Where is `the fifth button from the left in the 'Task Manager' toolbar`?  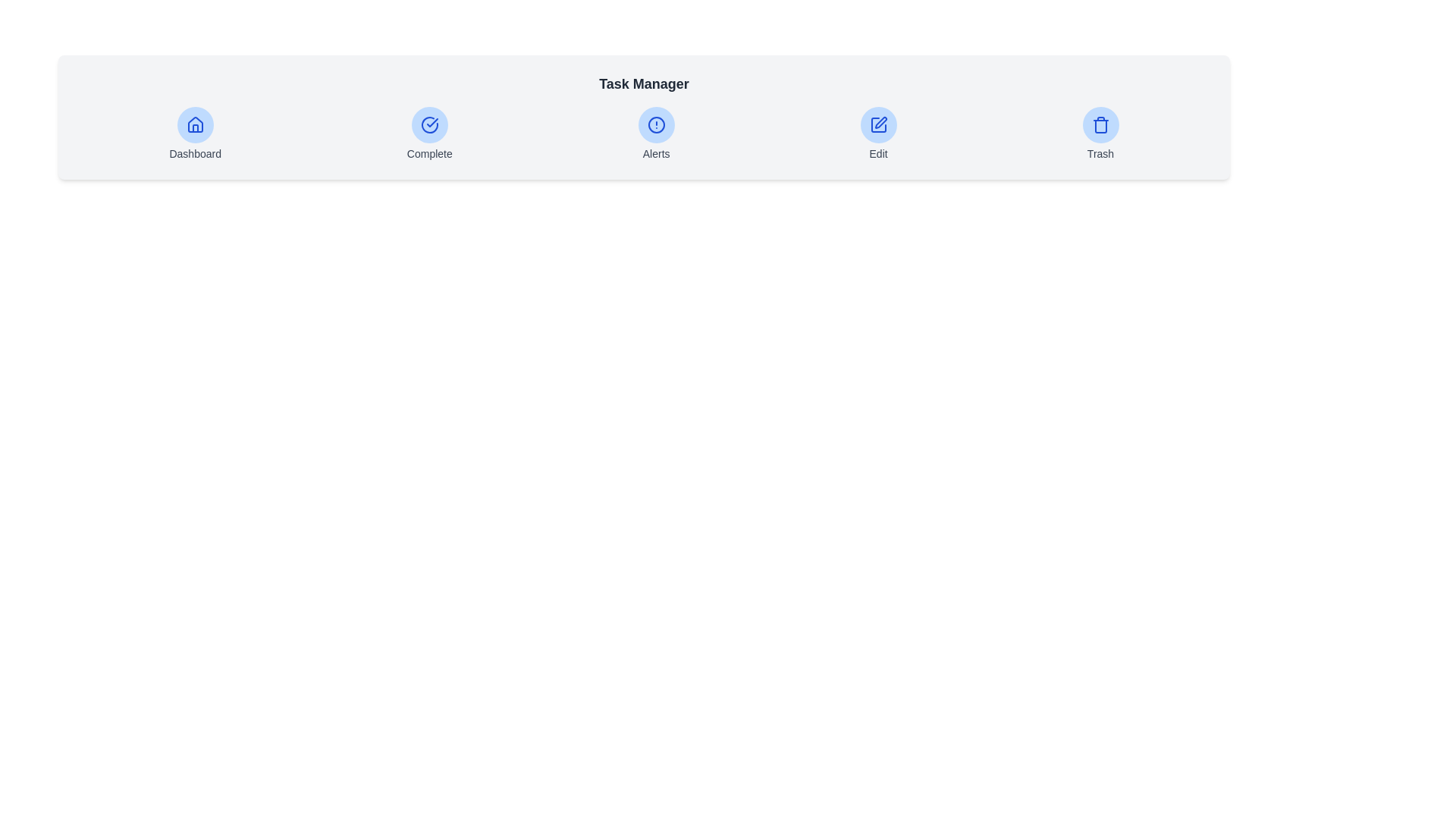 the fifth button from the left in the 'Task Manager' toolbar is located at coordinates (1100, 124).